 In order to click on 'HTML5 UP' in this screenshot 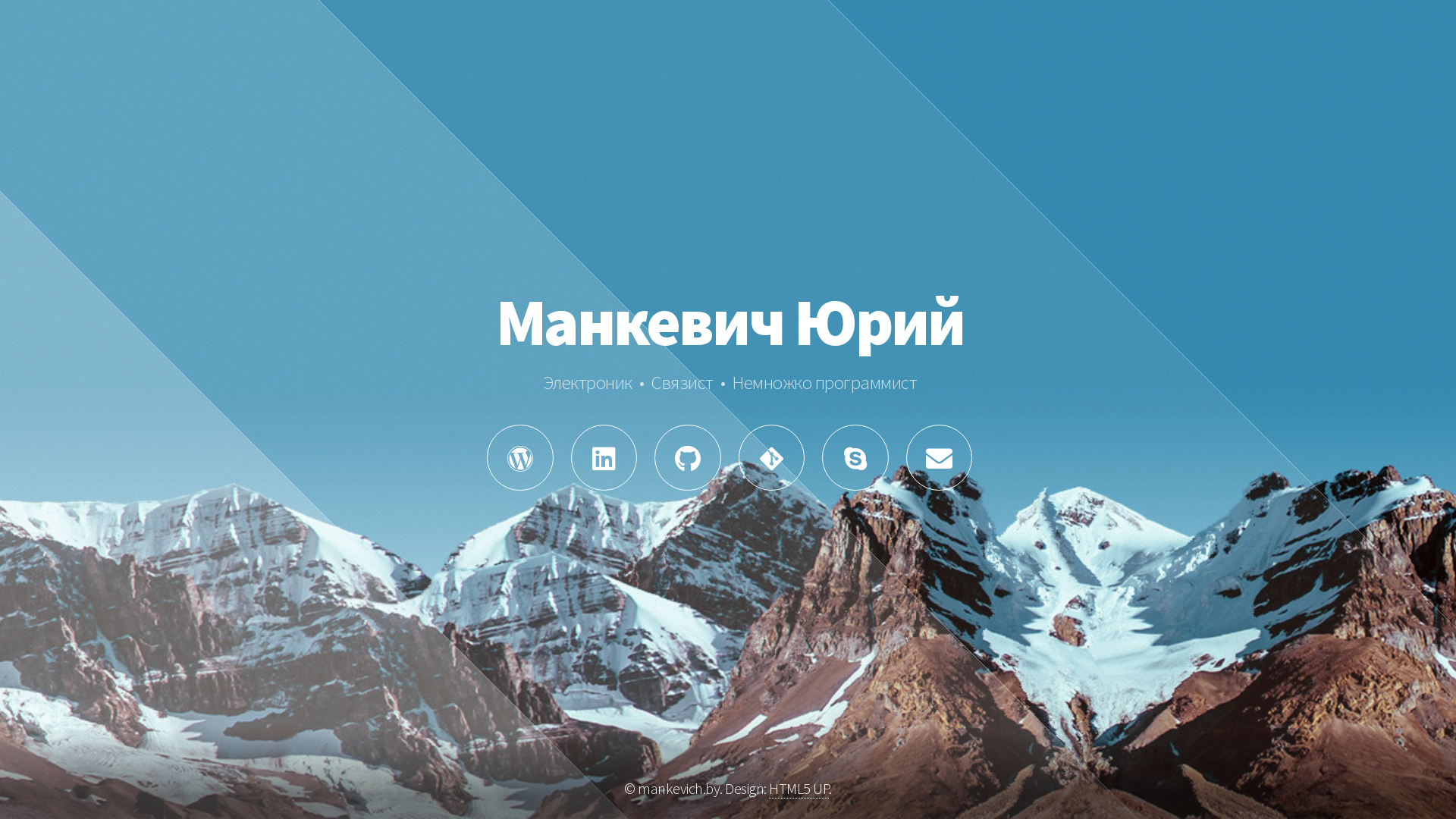, I will do `click(798, 788)`.